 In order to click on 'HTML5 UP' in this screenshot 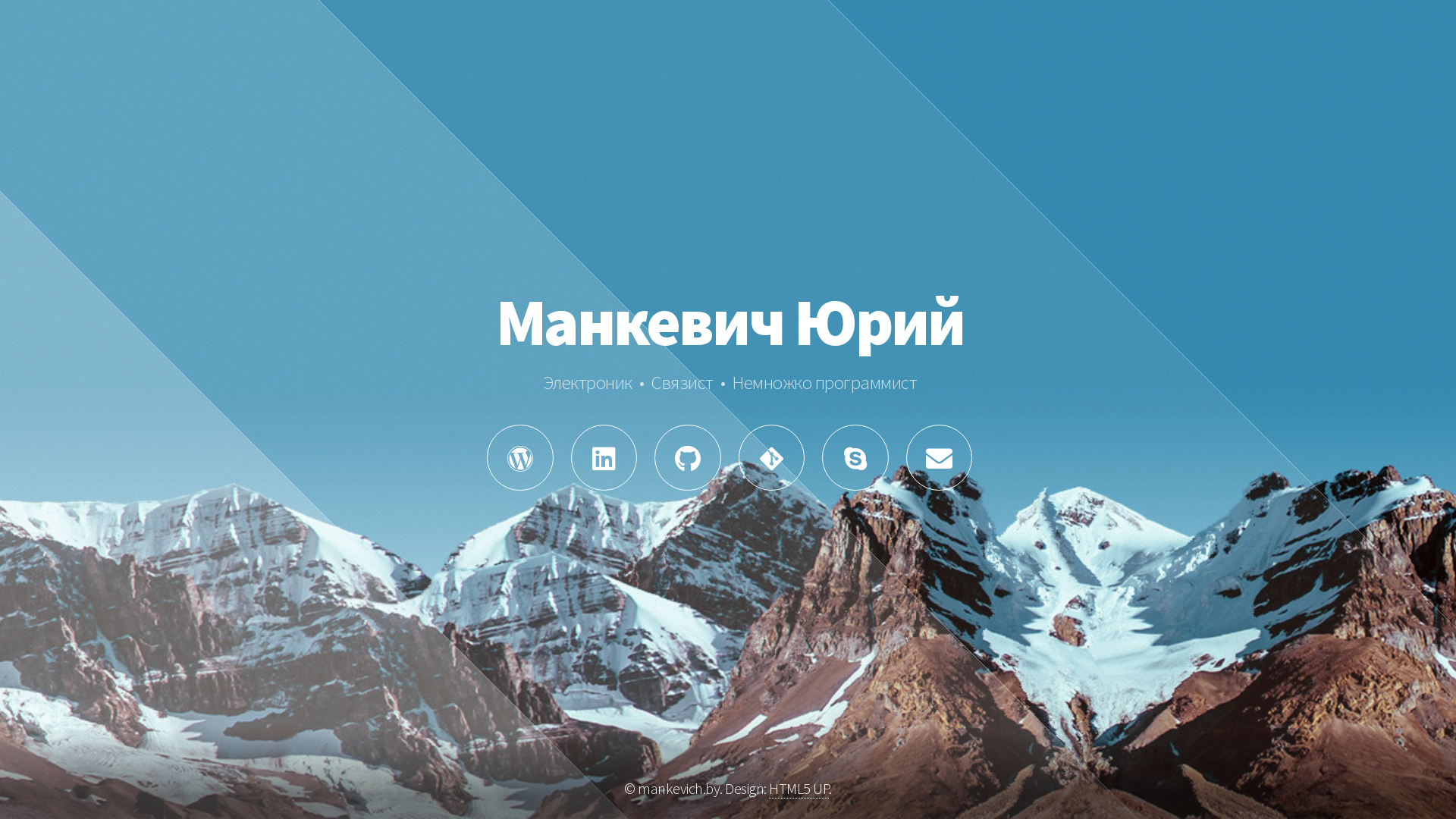, I will do `click(798, 788)`.